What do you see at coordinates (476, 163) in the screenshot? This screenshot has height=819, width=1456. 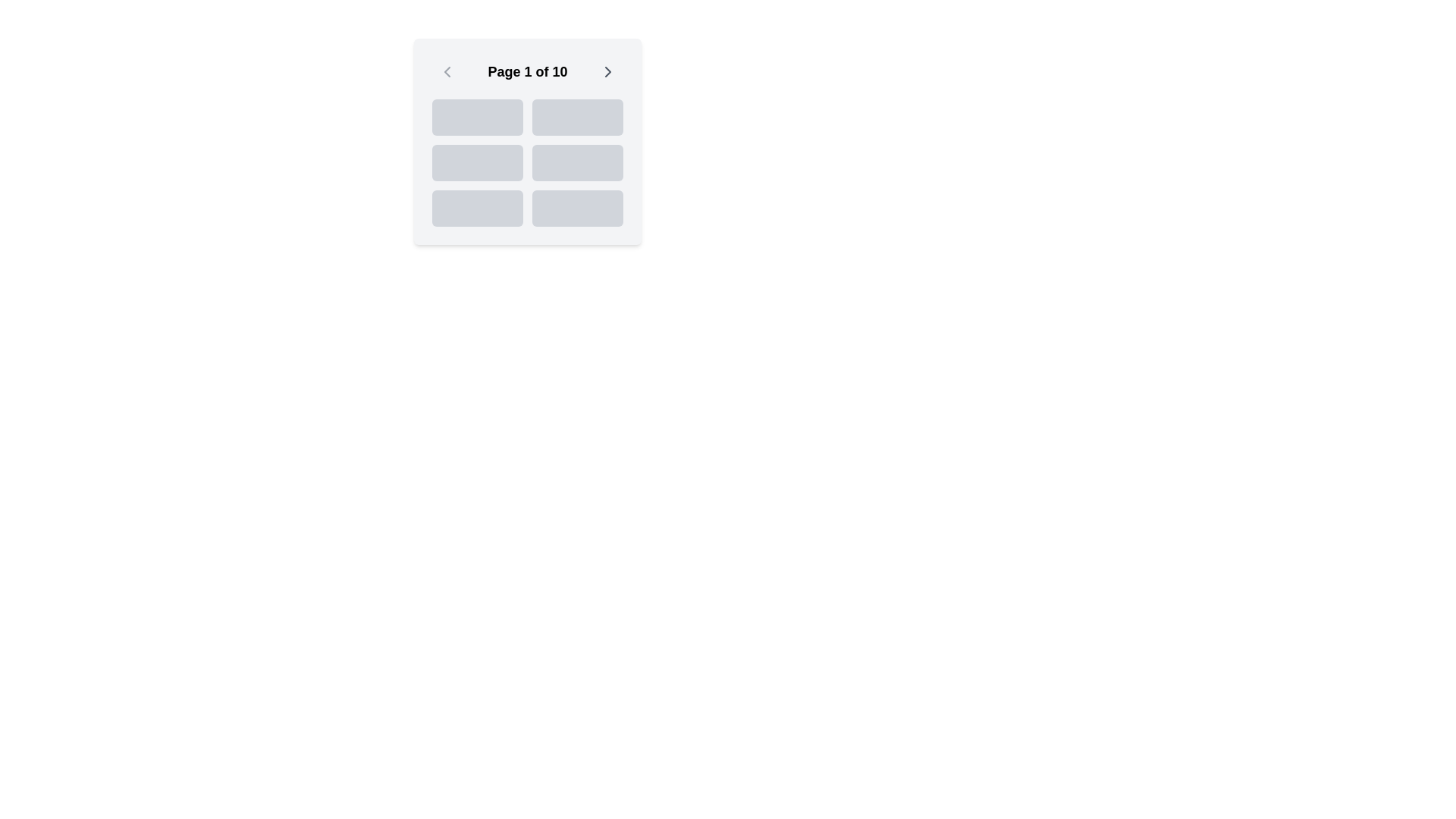 I see `the small rectangular button-like component with a light gray background and rounded corners, located in the middle-left of a 3x2 grid layout` at bounding box center [476, 163].